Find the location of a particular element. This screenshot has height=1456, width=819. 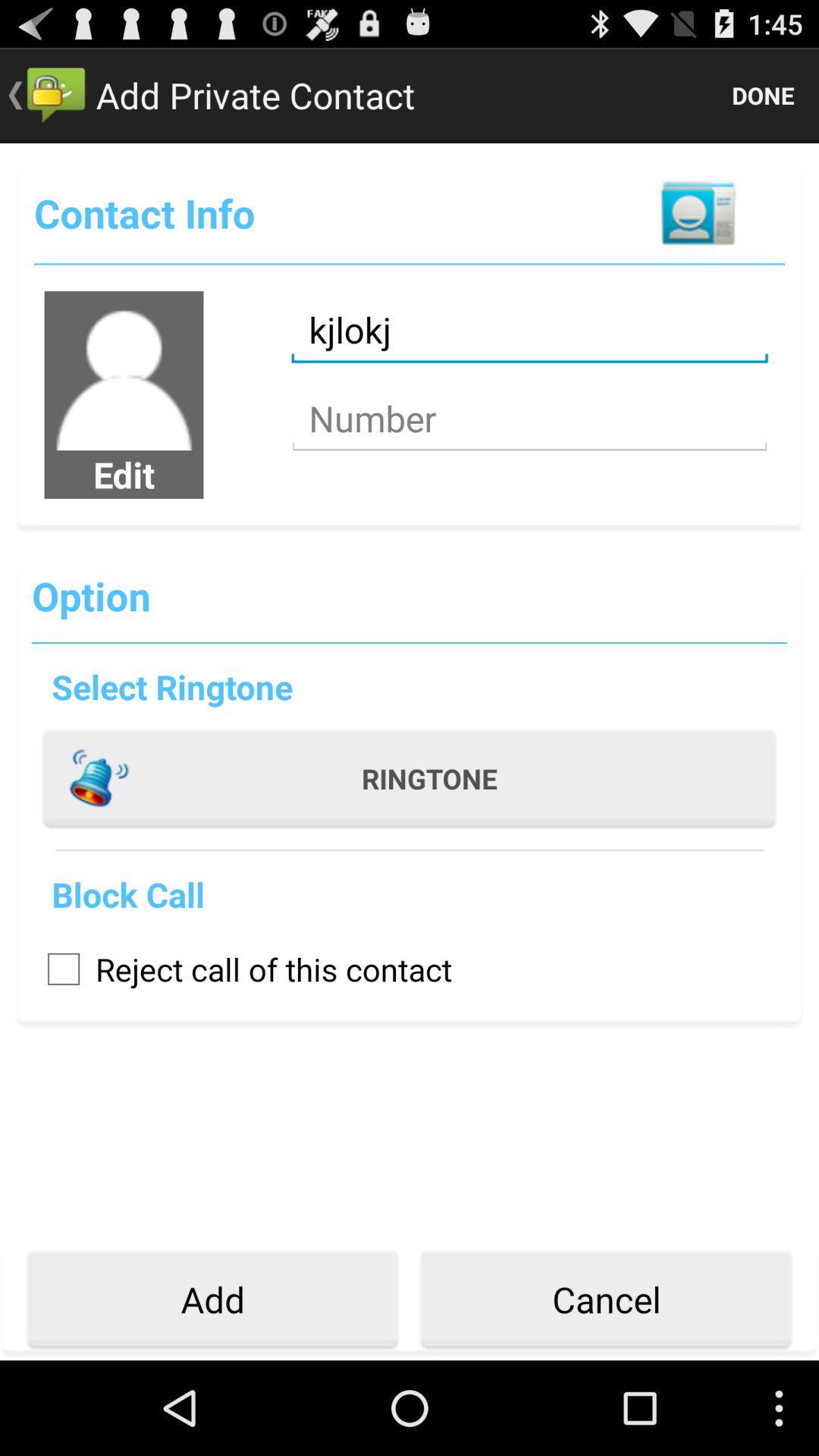

cancel is located at coordinates (605, 1299).